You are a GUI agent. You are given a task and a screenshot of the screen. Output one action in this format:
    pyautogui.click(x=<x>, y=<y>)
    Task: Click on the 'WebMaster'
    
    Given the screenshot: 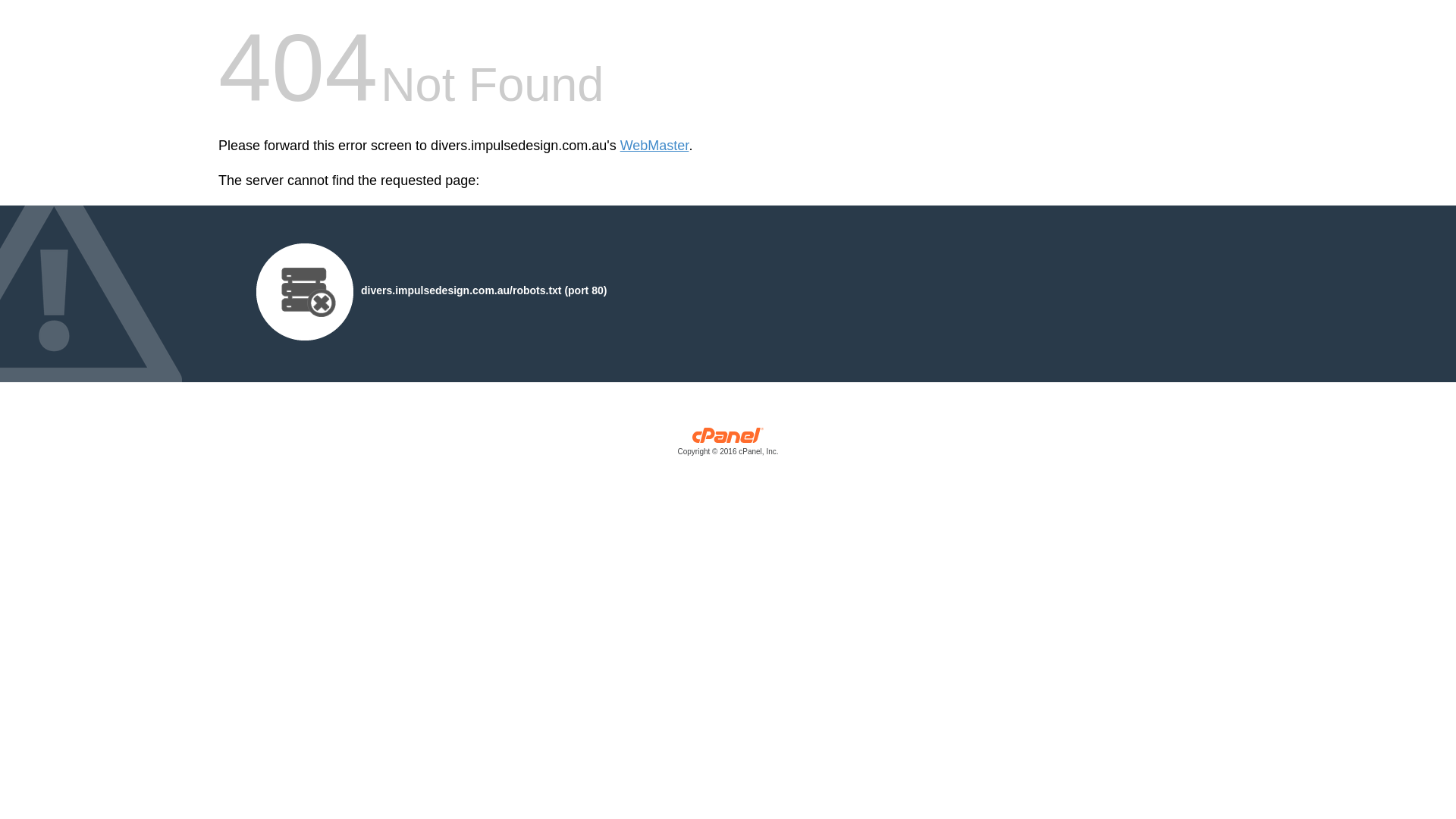 What is the action you would take?
    pyautogui.click(x=654, y=146)
    